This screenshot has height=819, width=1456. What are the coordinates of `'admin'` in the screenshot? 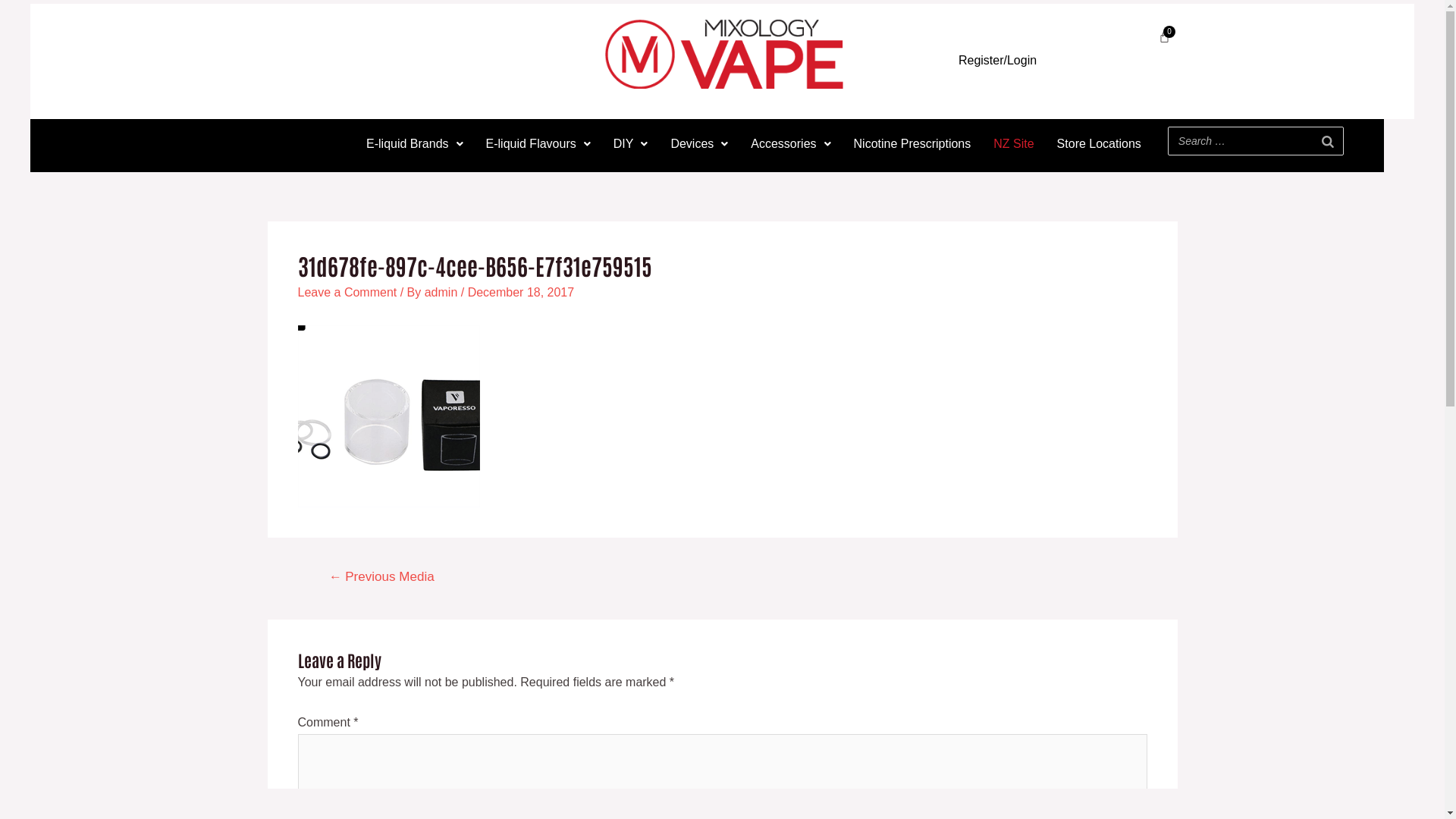 It's located at (442, 292).